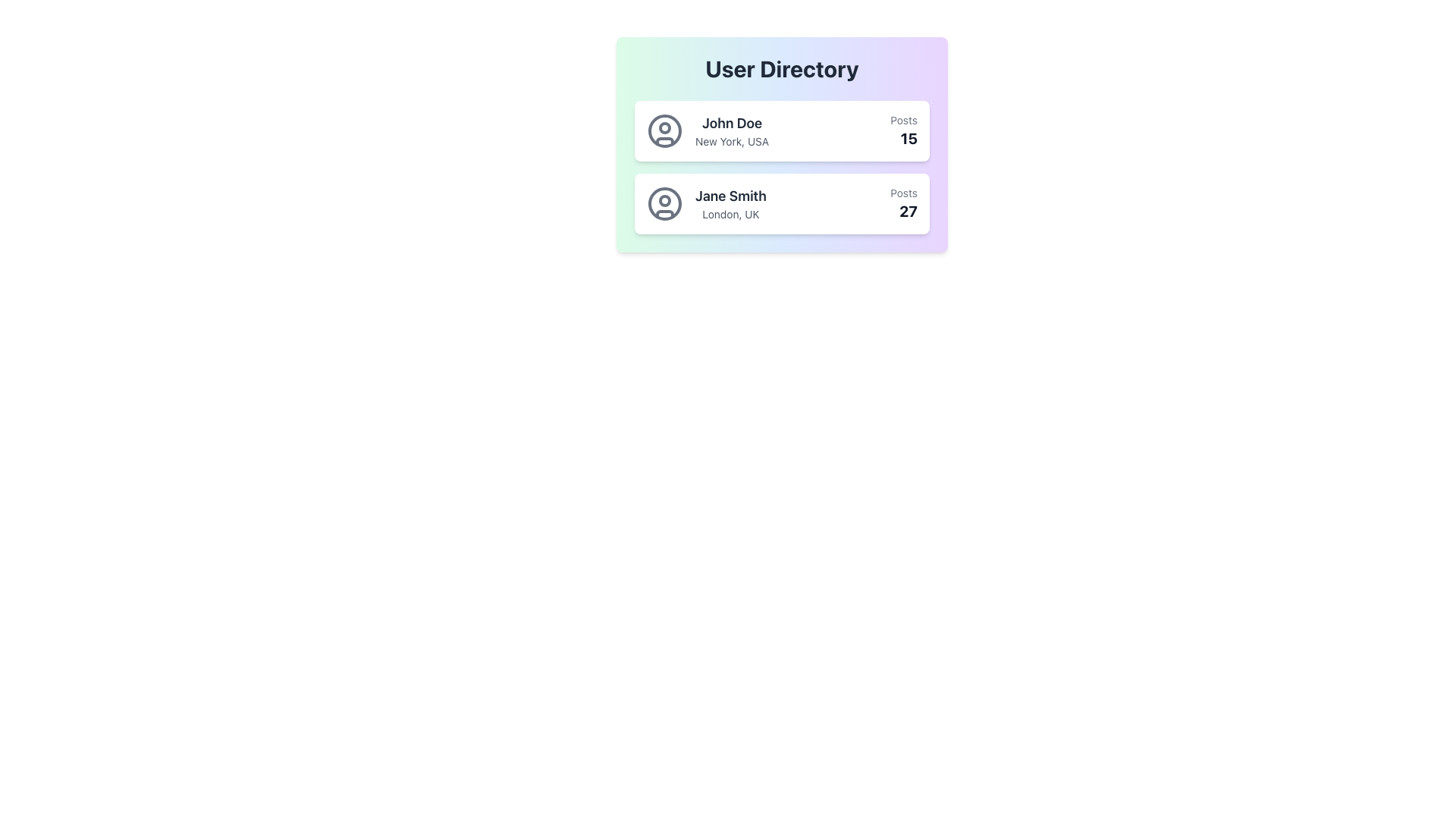  Describe the element at coordinates (665, 203) in the screenshot. I see `the user profile icon, which is a circular icon with a head-and-shoulders silhouette, located on the left side of the panel titled 'Jane Smith, London, UK, Posts: 27'` at that location.